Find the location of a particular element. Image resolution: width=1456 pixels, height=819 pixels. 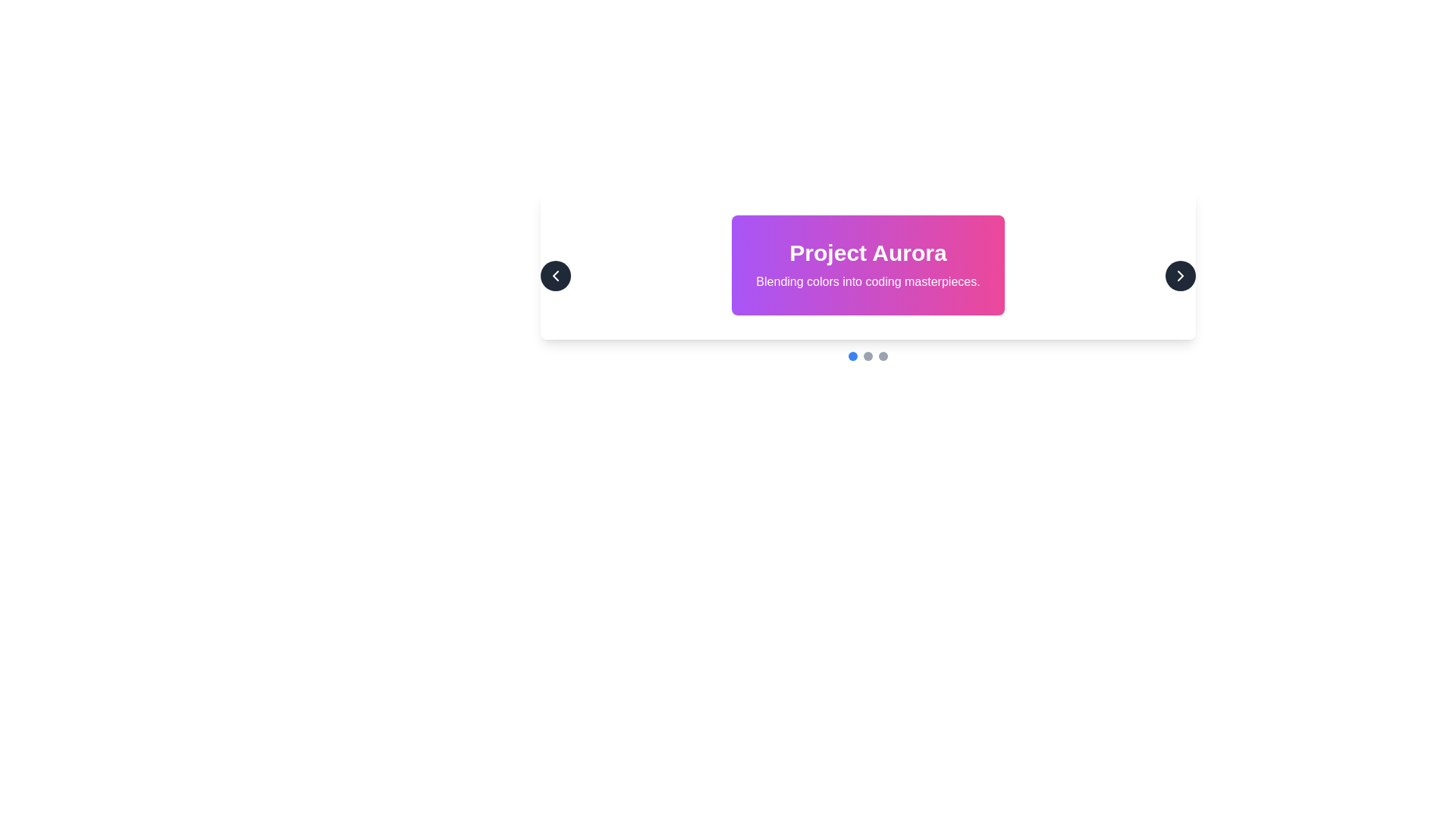

the circular button with a dark gray background and a white left-pointing chevron icon is located at coordinates (555, 275).